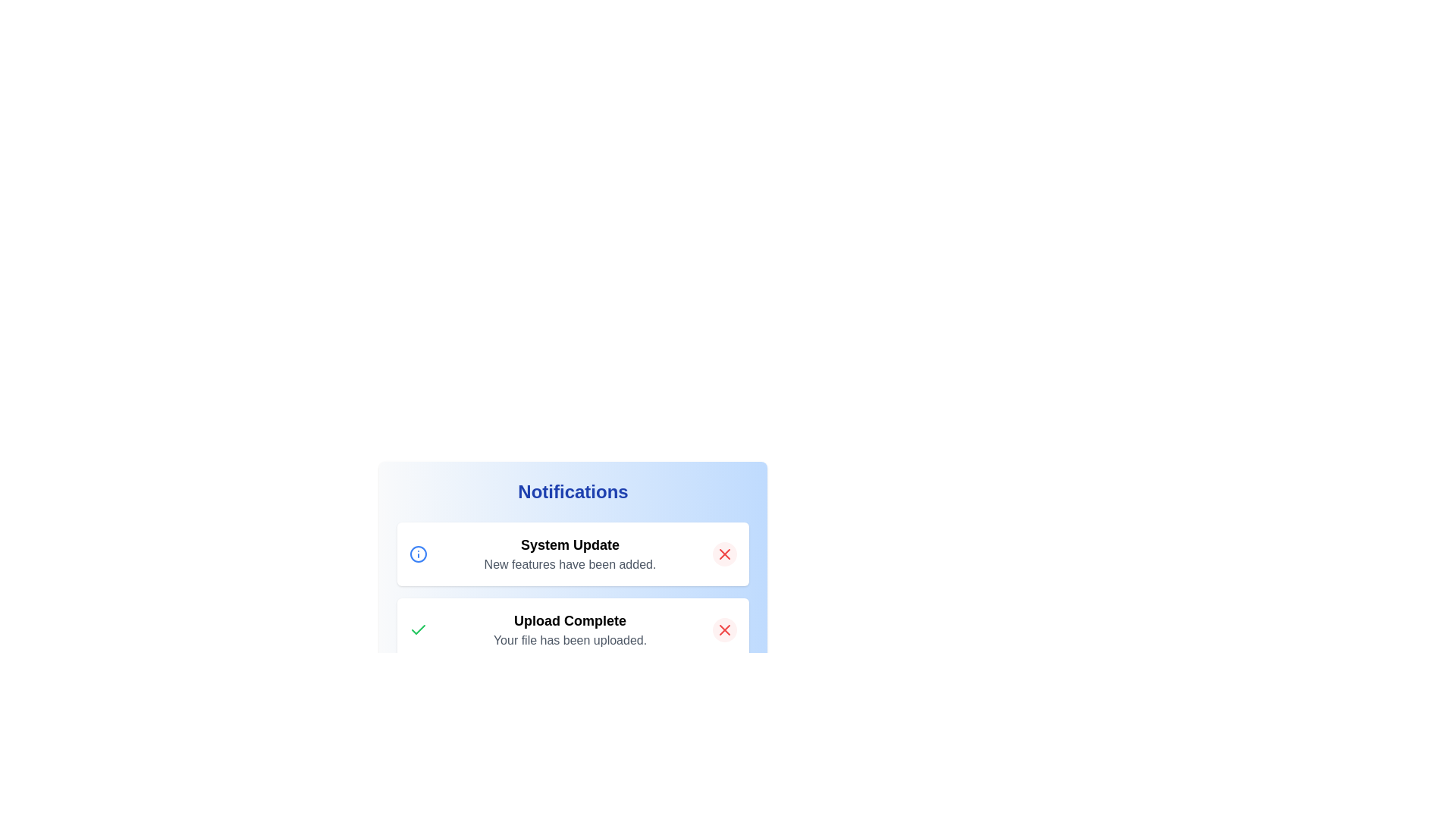  I want to click on the informational icon located on the left side of the 'System Update' notification entry, which serves to indicate an informational state within the notification interface, so click(419, 554).